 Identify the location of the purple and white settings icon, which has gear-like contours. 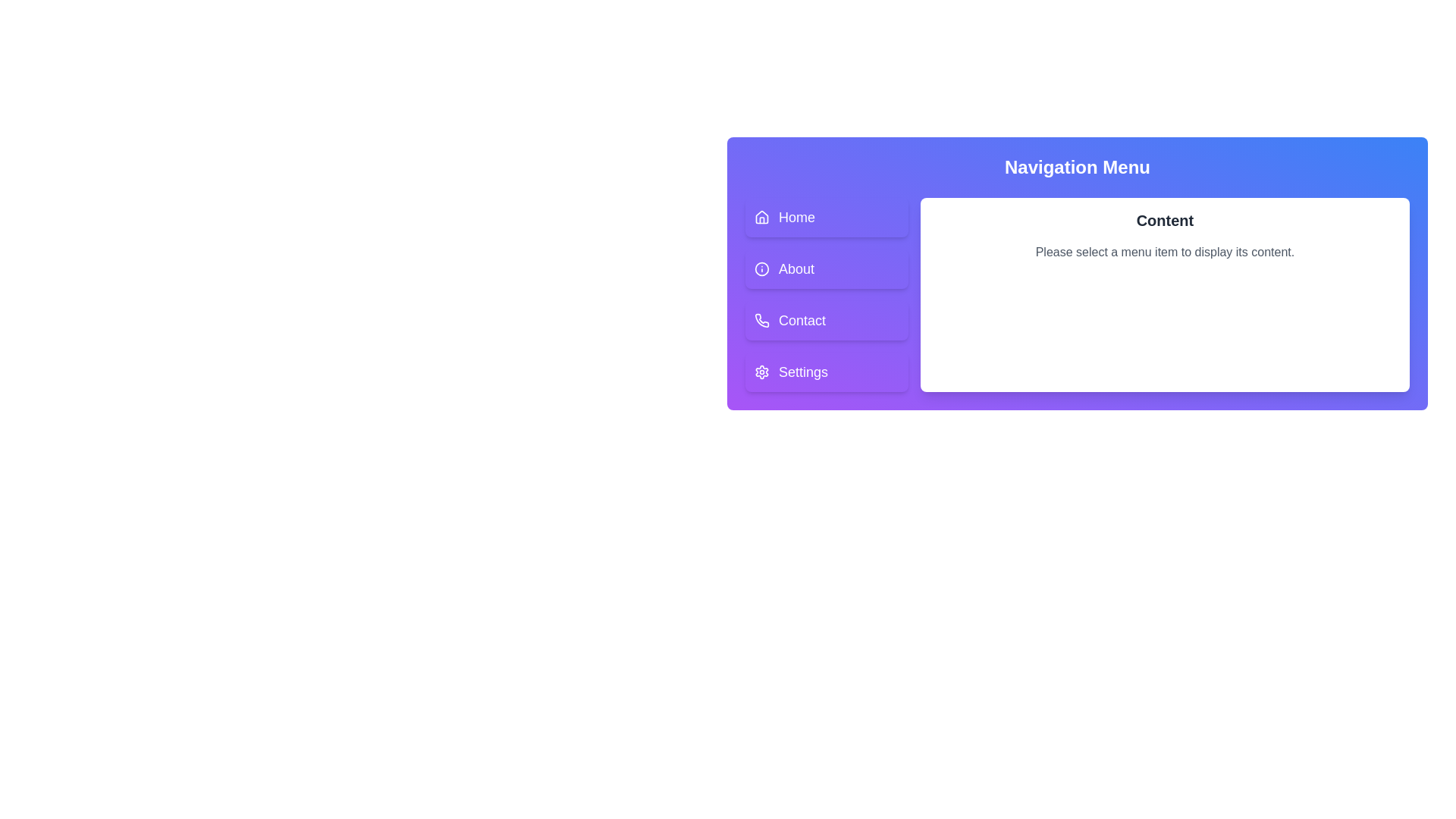
(761, 372).